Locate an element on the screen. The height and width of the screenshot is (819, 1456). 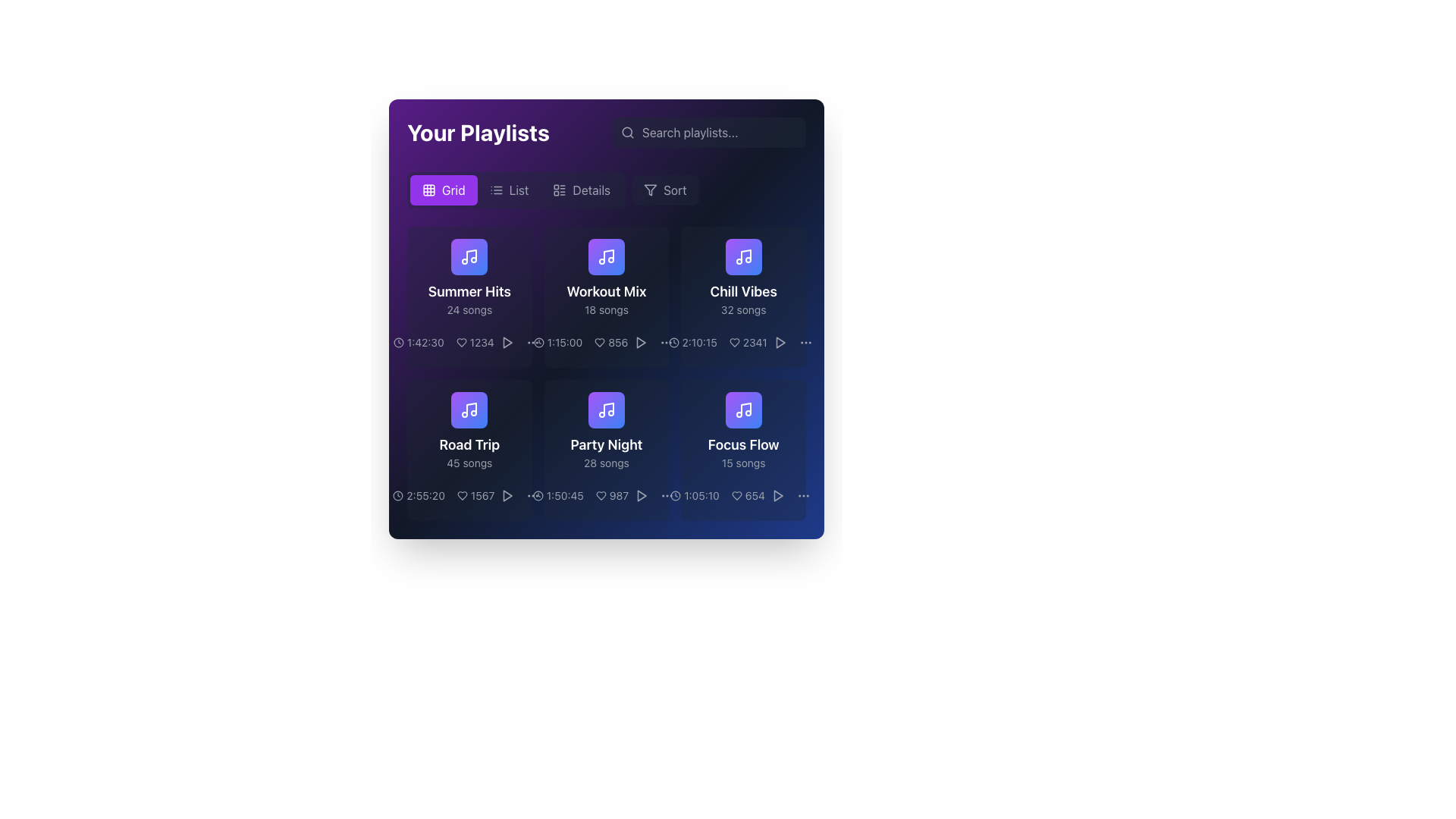
the label displaying the duration of the 'Party Night' playlist, located below the song count and to the left of the likes indicator is located at coordinates (557, 496).